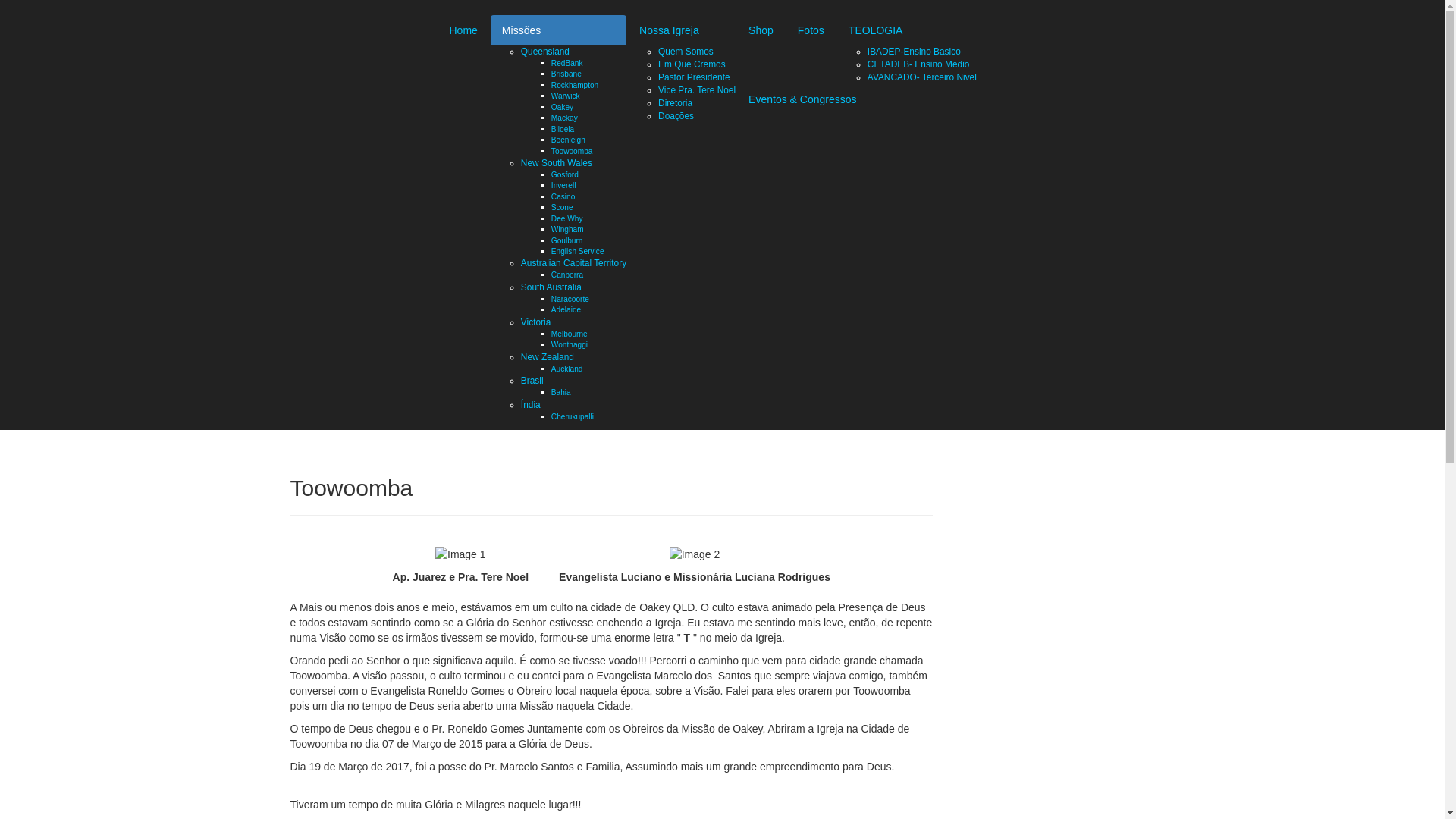 This screenshot has width=1456, height=819. Describe the element at coordinates (810, 30) in the screenshot. I see `'Fotos'` at that location.